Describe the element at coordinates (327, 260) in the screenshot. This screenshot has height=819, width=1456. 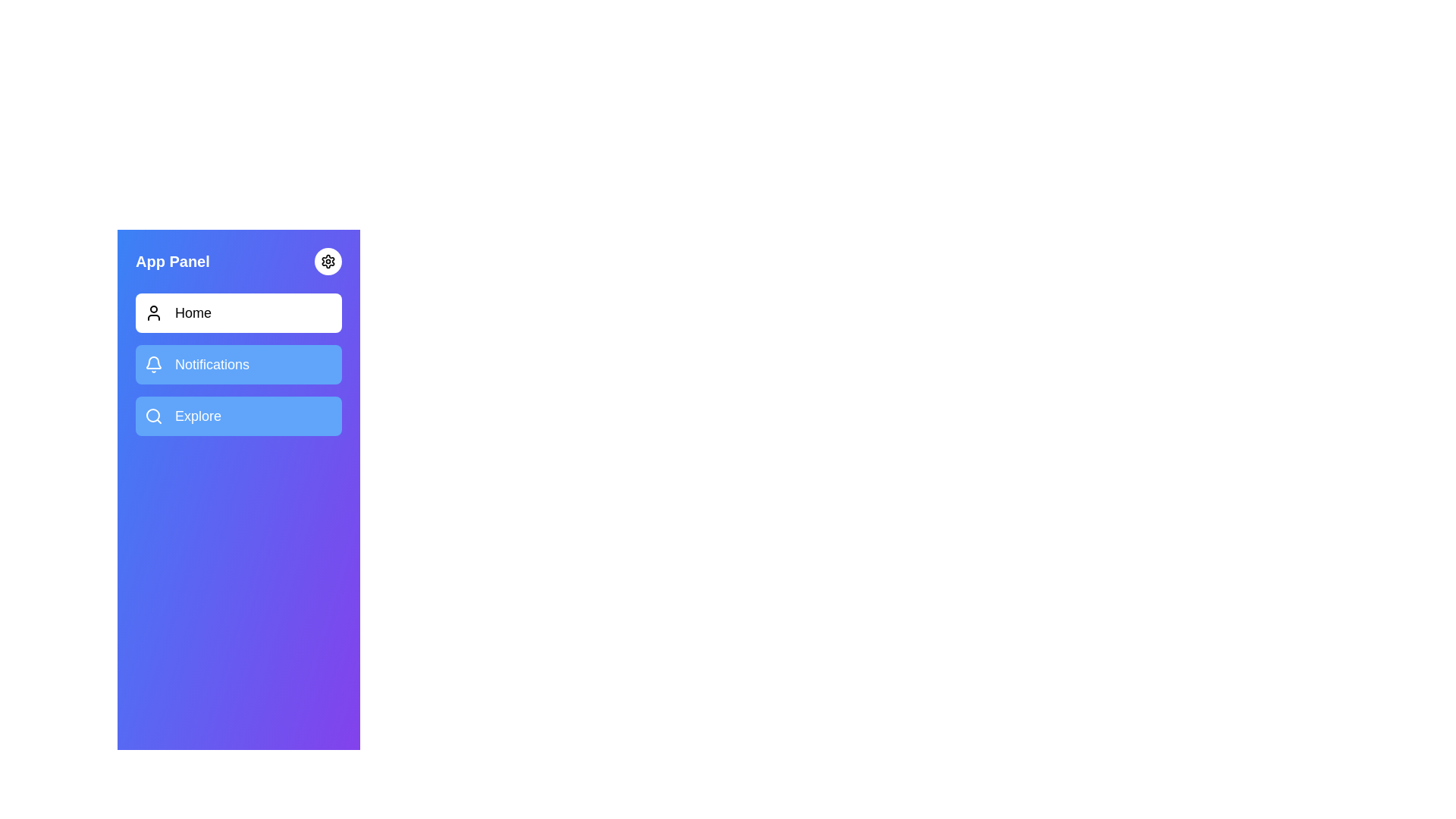
I see `the settings button located at the top-right corner of the navigation menu` at that location.